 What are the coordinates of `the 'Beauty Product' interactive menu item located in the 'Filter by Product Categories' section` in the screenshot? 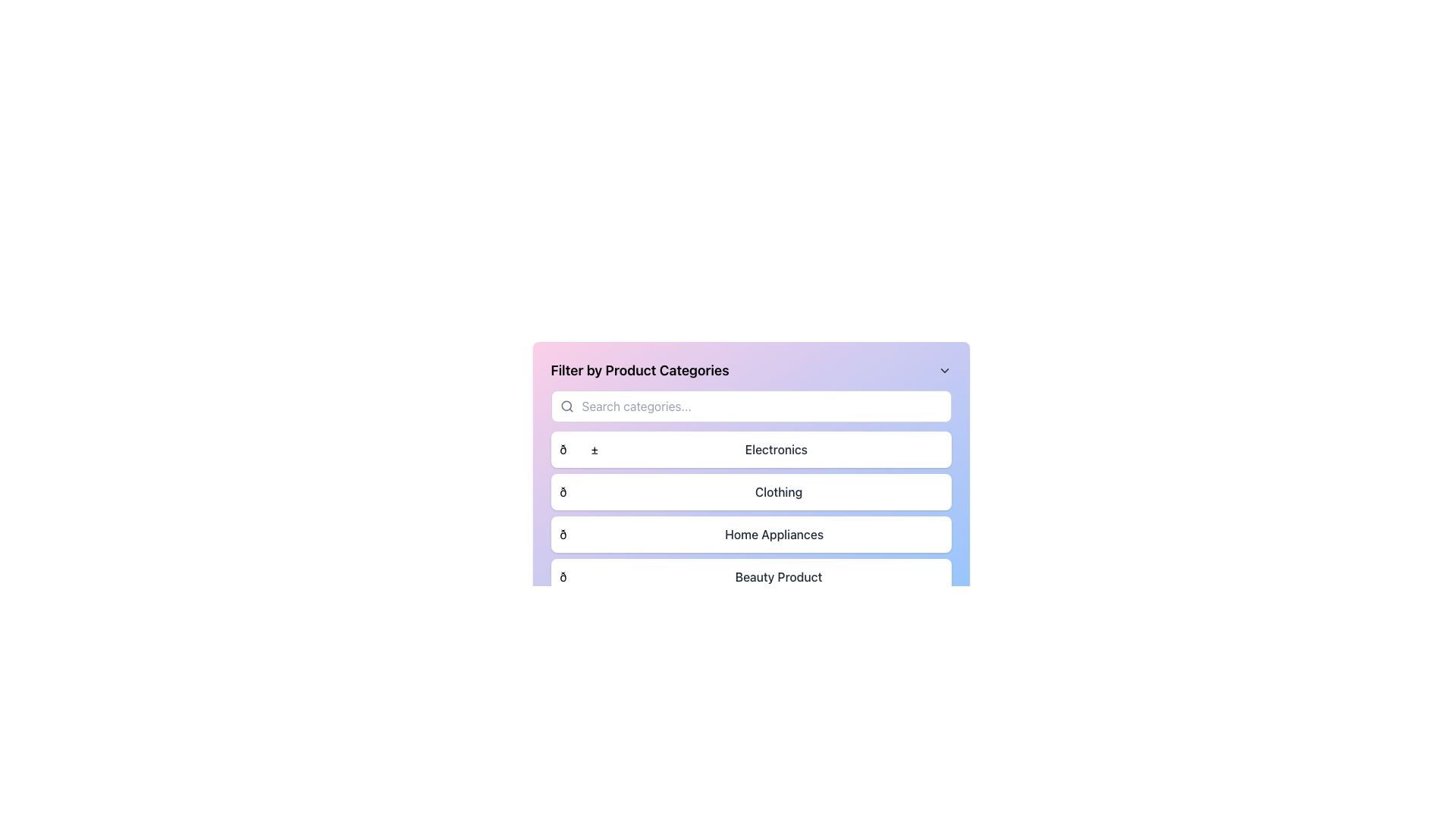 It's located at (751, 576).